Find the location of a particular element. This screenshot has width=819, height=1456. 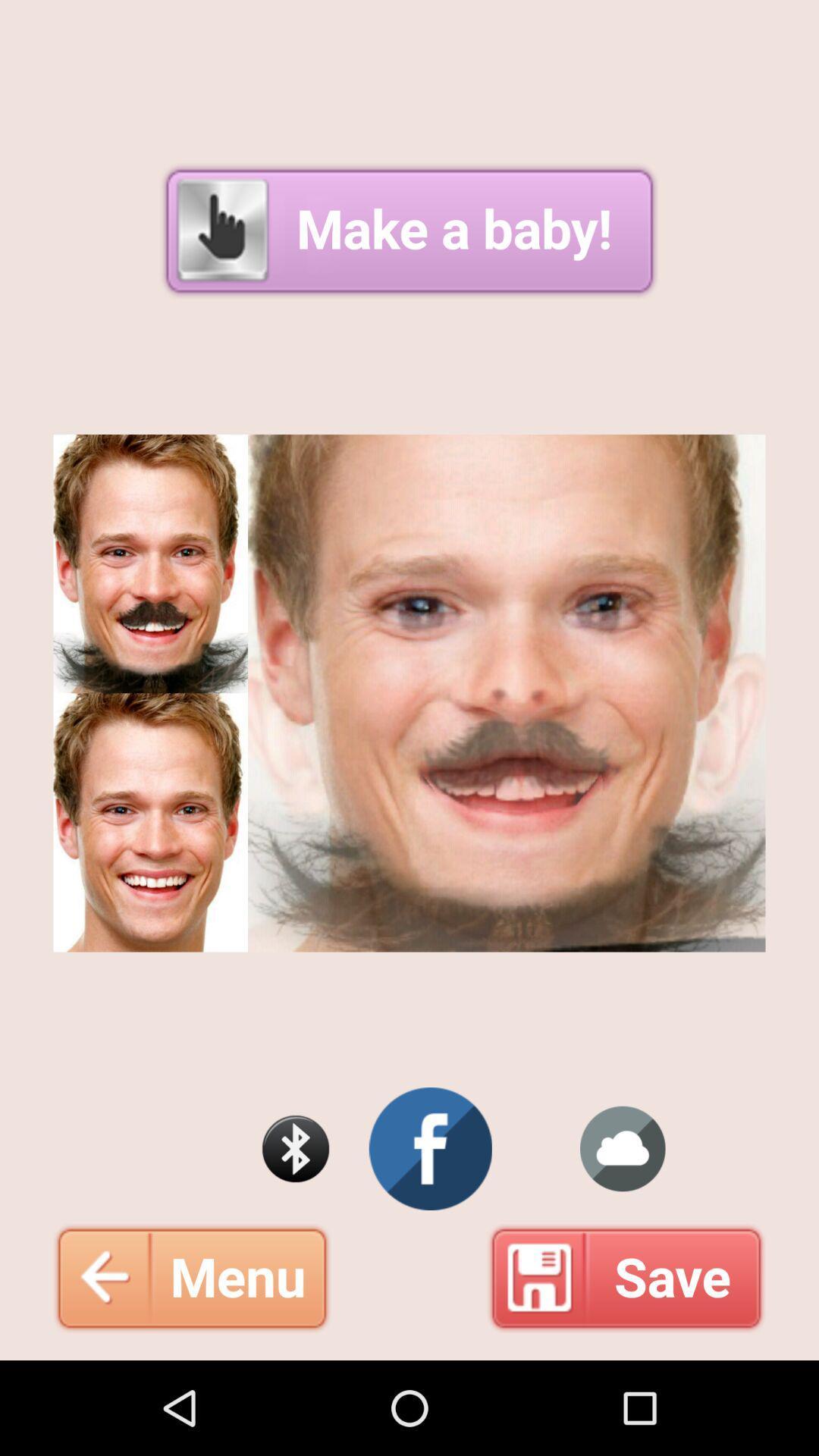

menu is located at coordinates (191, 1277).